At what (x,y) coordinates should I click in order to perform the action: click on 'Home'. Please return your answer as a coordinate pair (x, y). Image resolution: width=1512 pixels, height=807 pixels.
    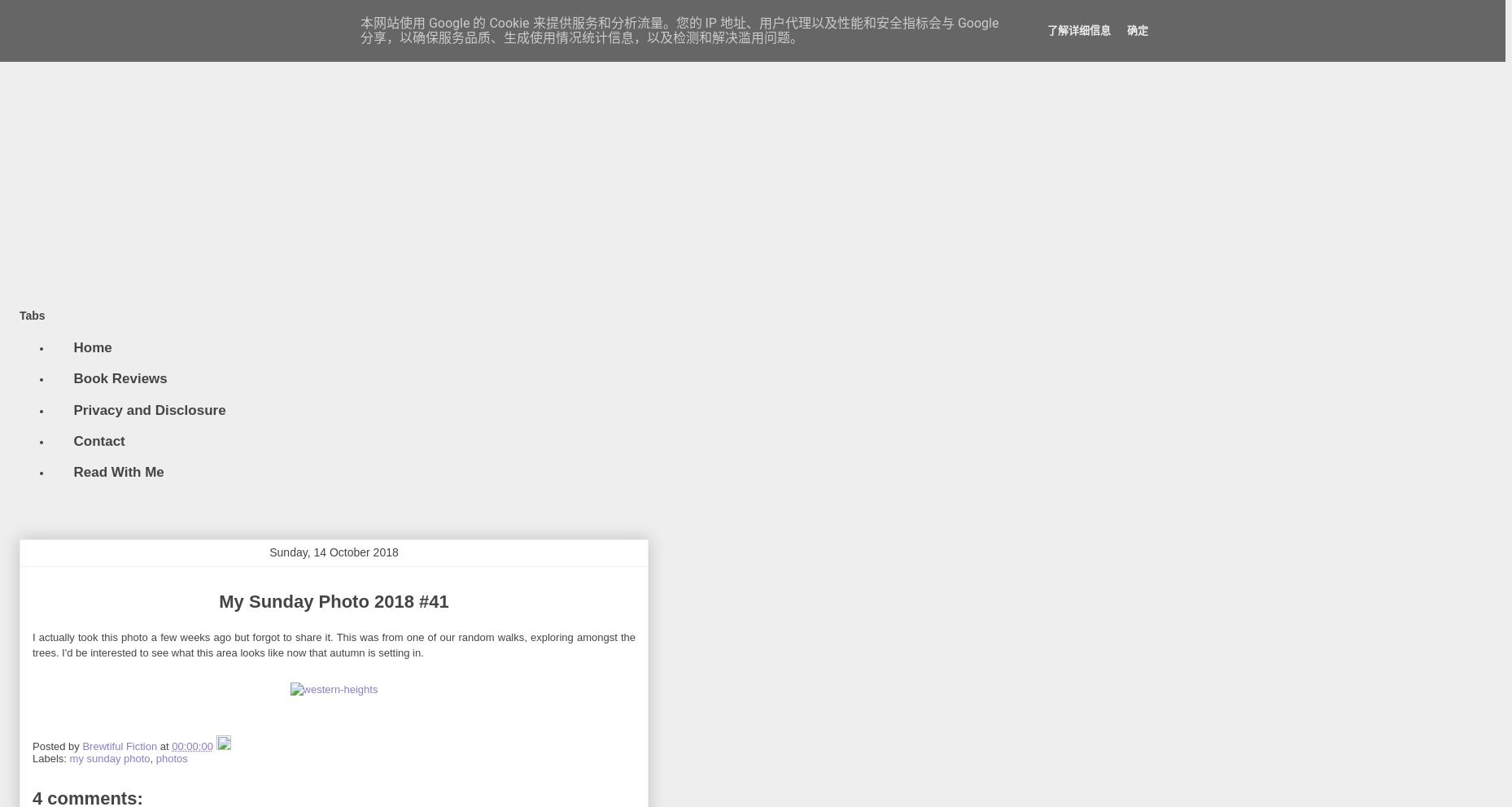
    Looking at the image, I should click on (92, 346).